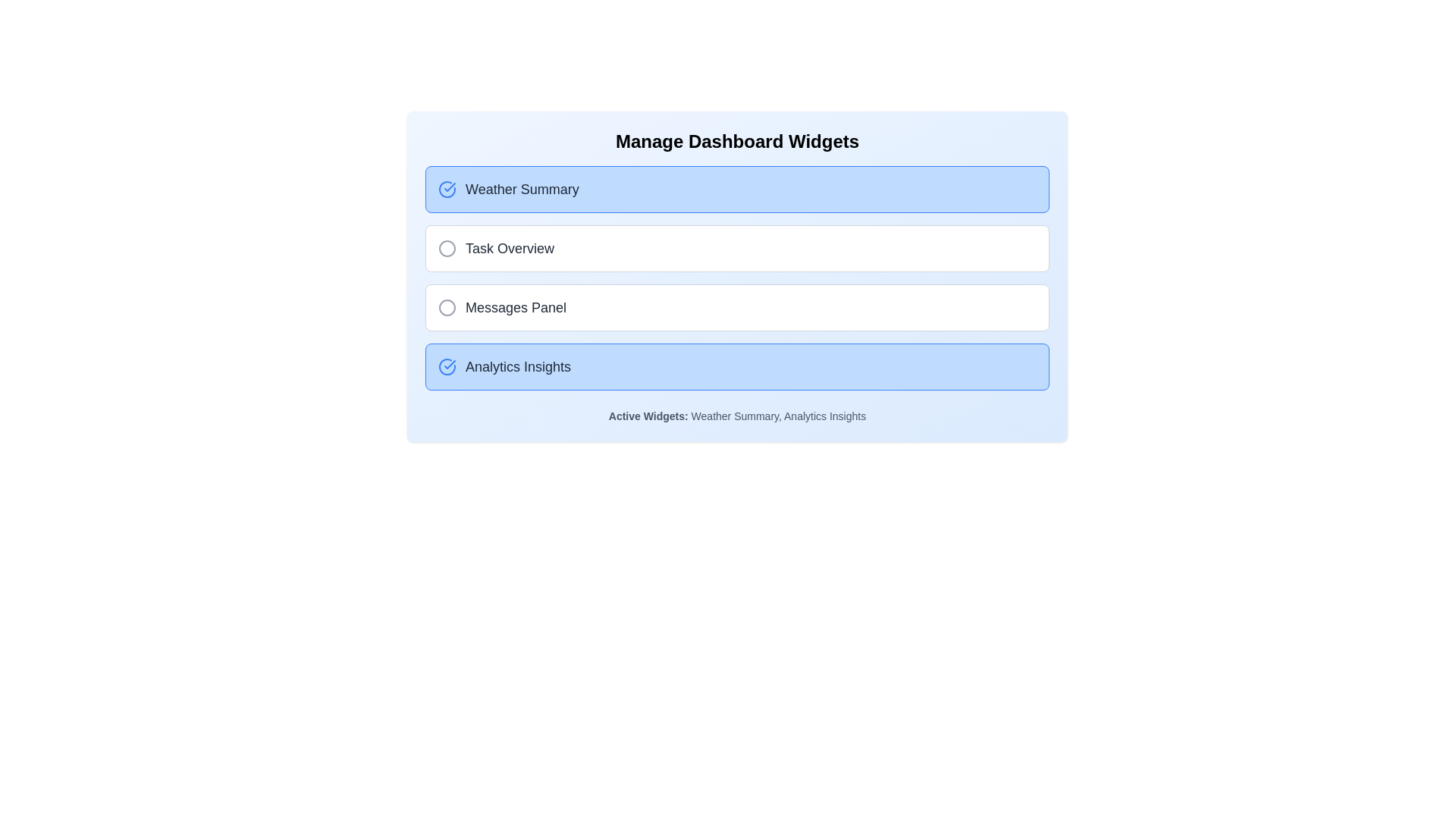 The height and width of the screenshot is (819, 1456). Describe the element at coordinates (737, 307) in the screenshot. I see `to select the 'Messages Panel' card, which is the third item in a vertical stack of four cards under the 'Manage Dashboard Widgets' section` at that location.